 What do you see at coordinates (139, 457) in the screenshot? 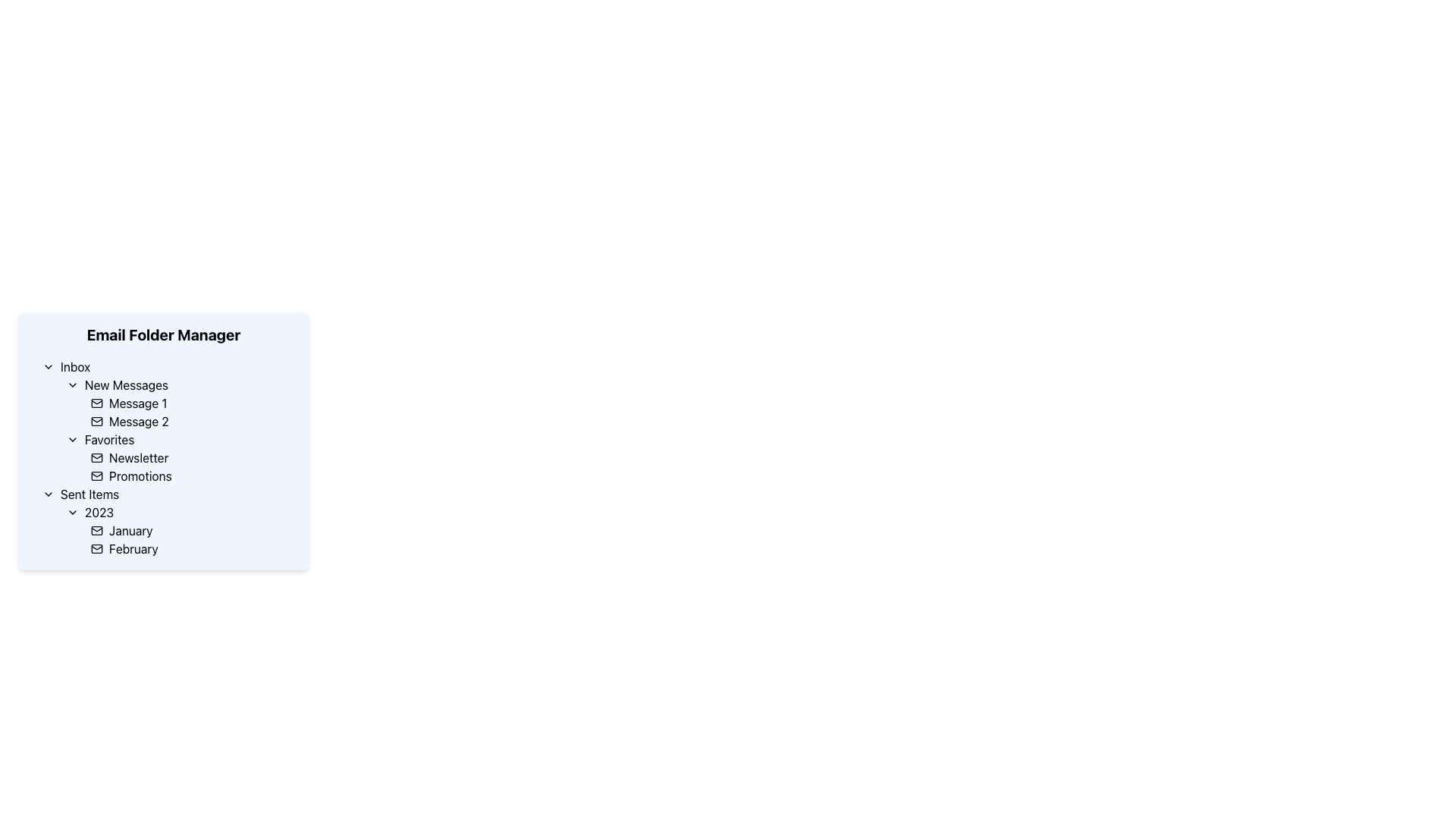
I see `the 'Newsletter' text label in the 'Favorites' section of the email folder manager` at bounding box center [139, 457].